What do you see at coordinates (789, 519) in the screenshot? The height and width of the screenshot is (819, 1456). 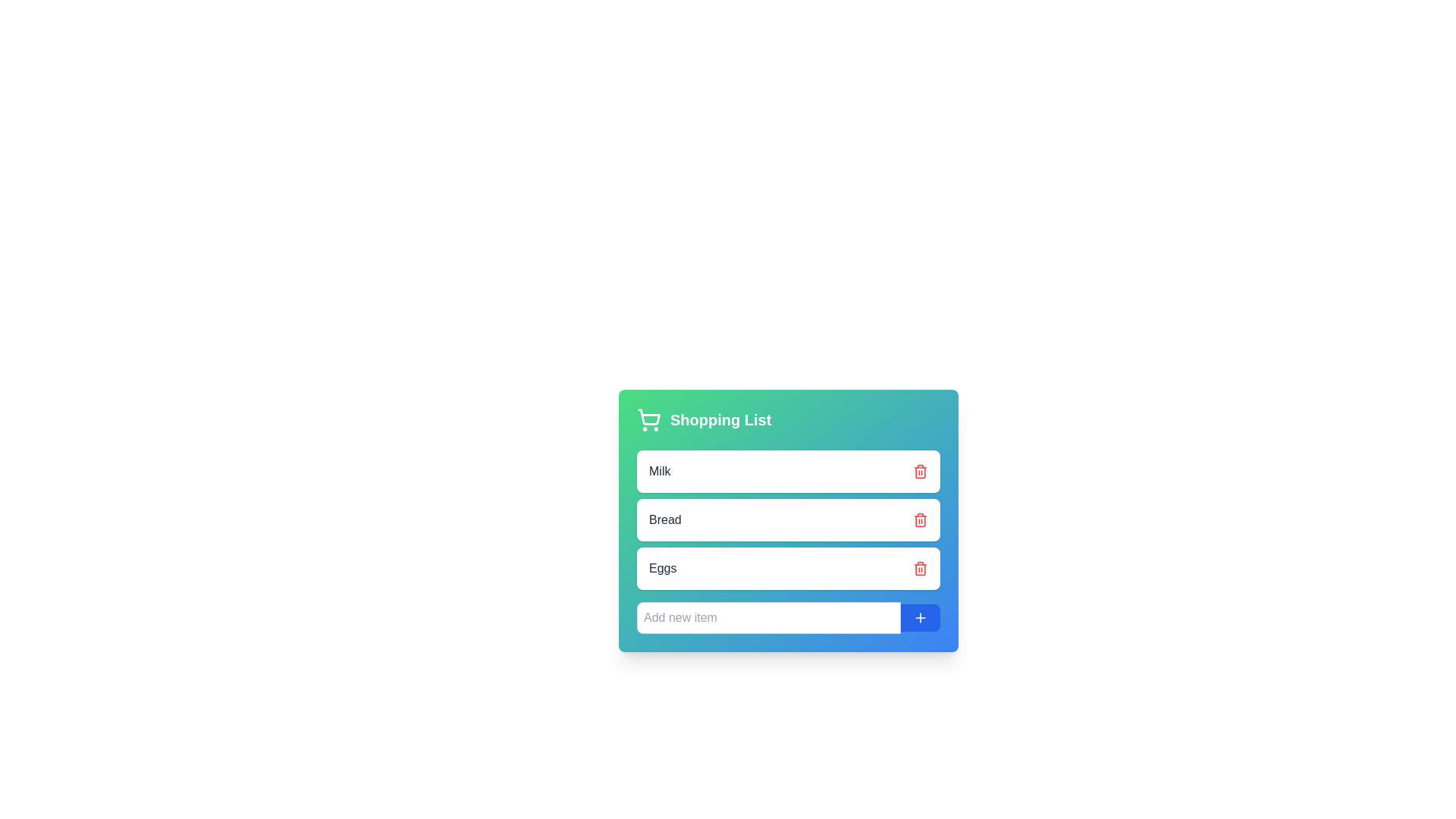 I see `the 'Bread' item in the shopping list` at bounding box center [789, 519].